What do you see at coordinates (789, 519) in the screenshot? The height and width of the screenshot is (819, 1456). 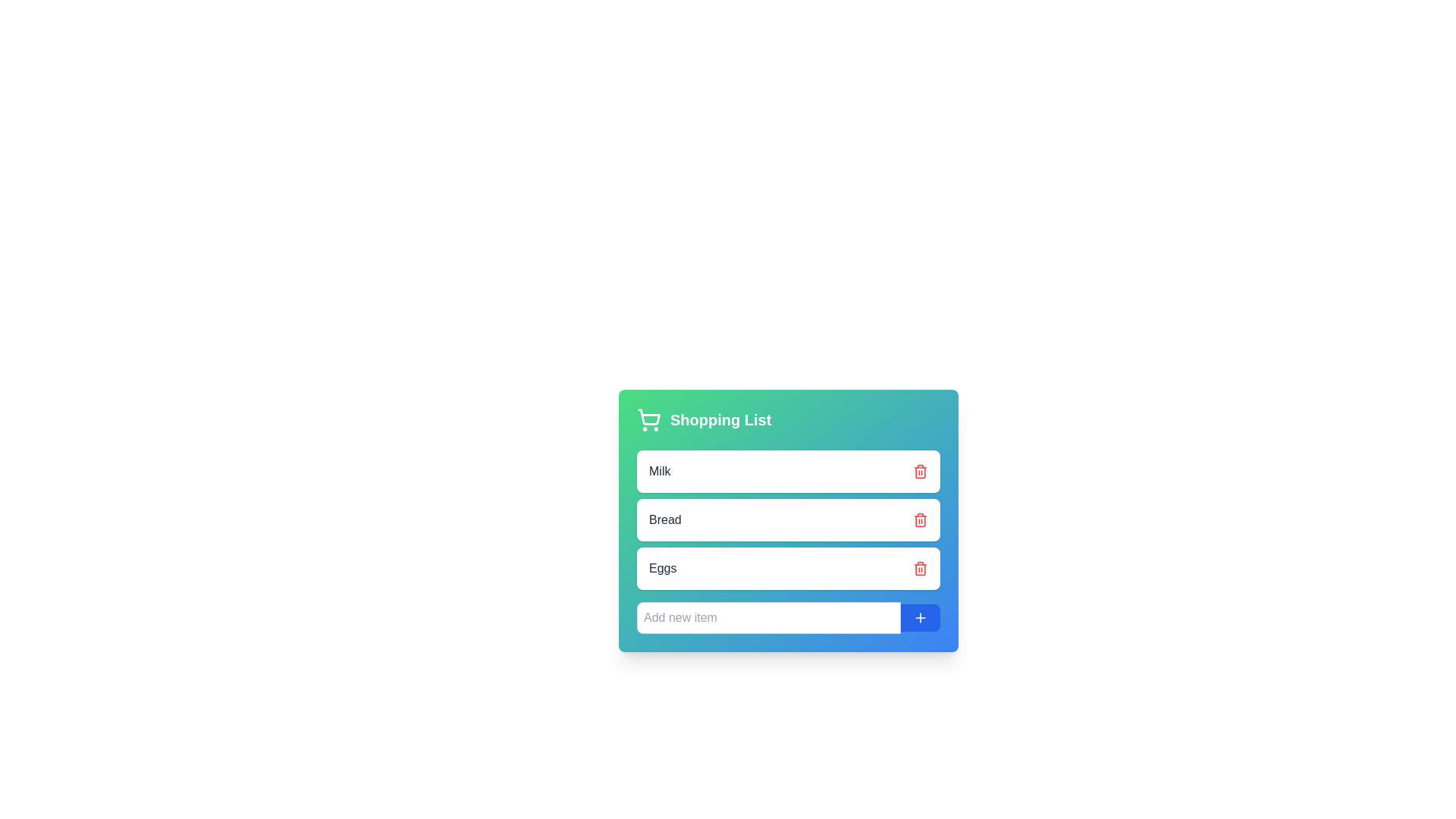 I see `the 'Bread' item in the shopping list` at bounding box center [789, 519].